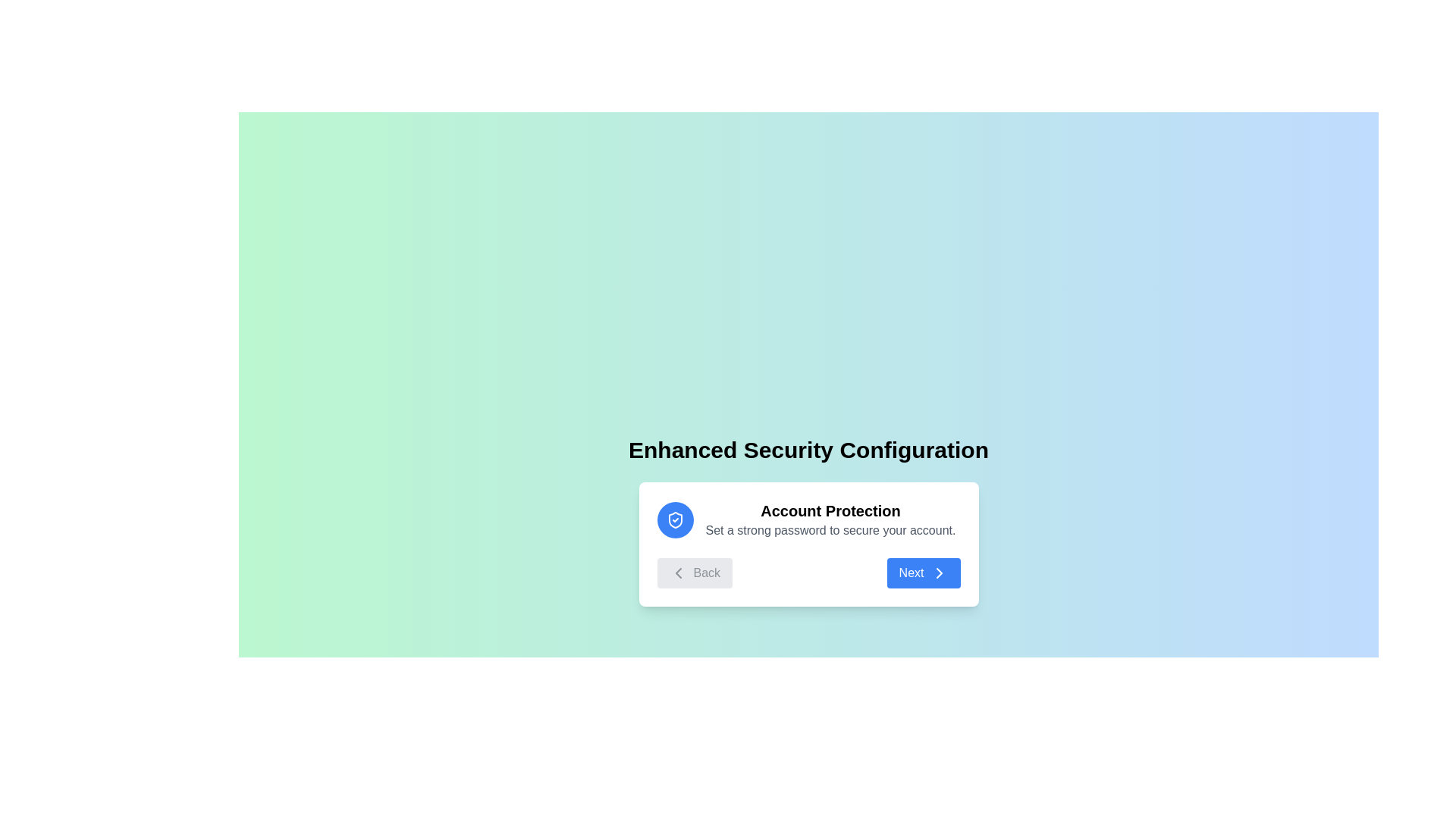  Describe the element at coordinates (923, 573) in the screenshot. I see `'Next' button to proceed to the next step` at that location.